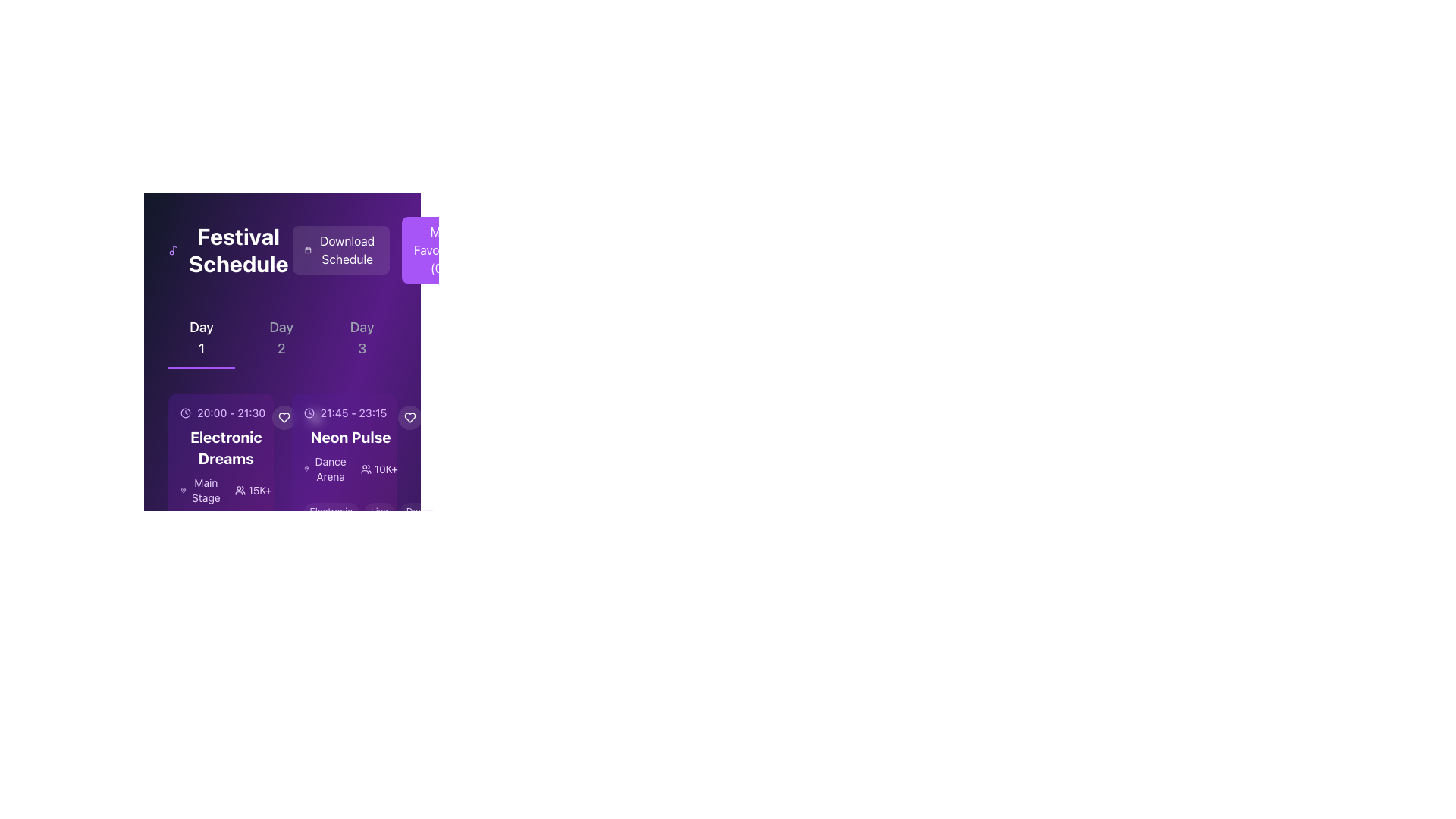  I want to click on the first category tag element labeled 'Electronic' located beneath the event details for 'Electronic Dreams', so click(207, 680).